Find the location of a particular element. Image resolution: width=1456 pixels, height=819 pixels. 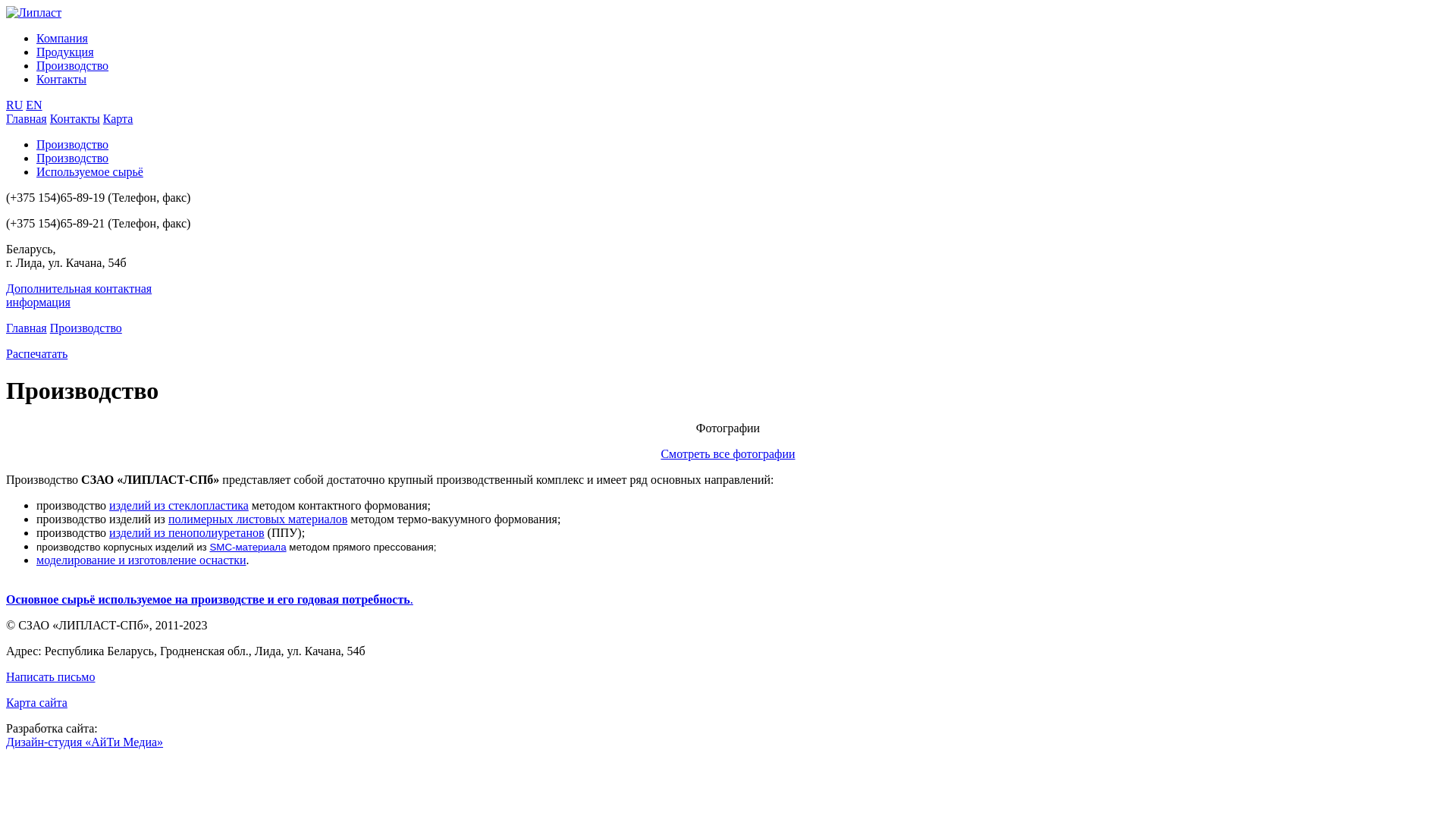

'EN' is located at coordinates (33, 104).